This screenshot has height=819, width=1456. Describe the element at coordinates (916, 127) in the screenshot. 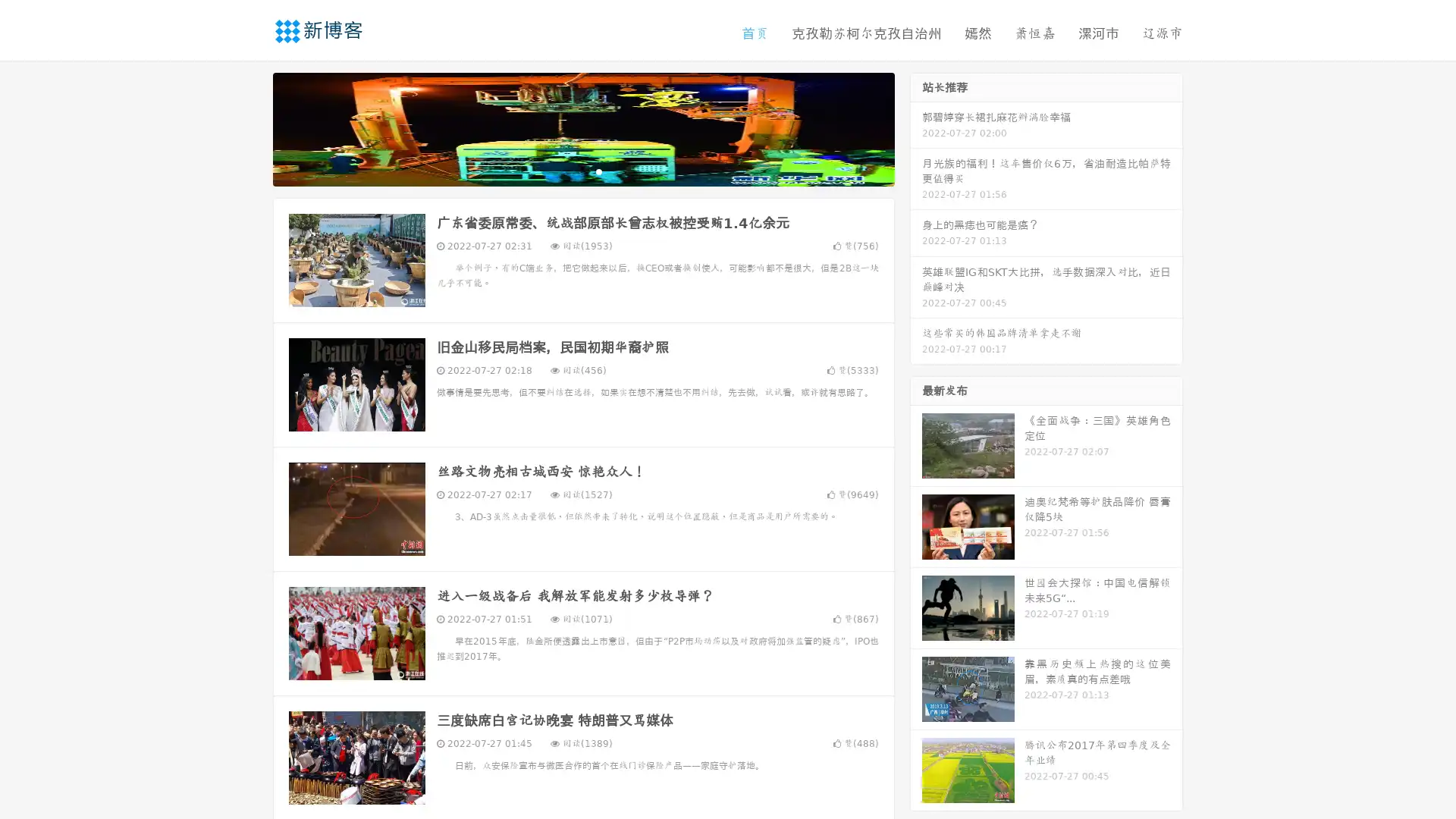

I see `Next slide` at that location.